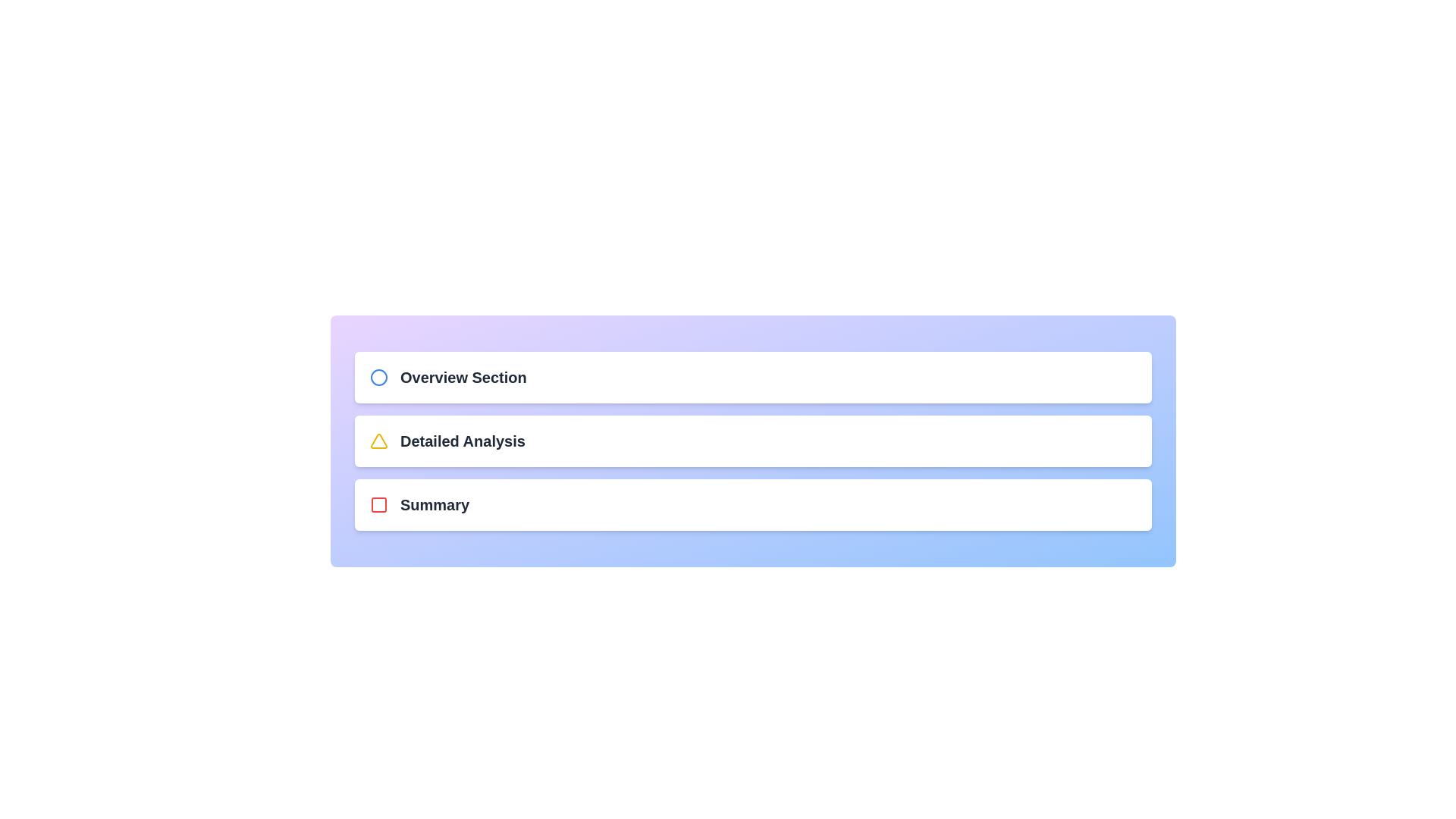  I want to click on the Text label with a heading style that serves as a section header for the 'Overview' part of the interface, positioned slightly to the left of the horizontal center, so click(463, 376).